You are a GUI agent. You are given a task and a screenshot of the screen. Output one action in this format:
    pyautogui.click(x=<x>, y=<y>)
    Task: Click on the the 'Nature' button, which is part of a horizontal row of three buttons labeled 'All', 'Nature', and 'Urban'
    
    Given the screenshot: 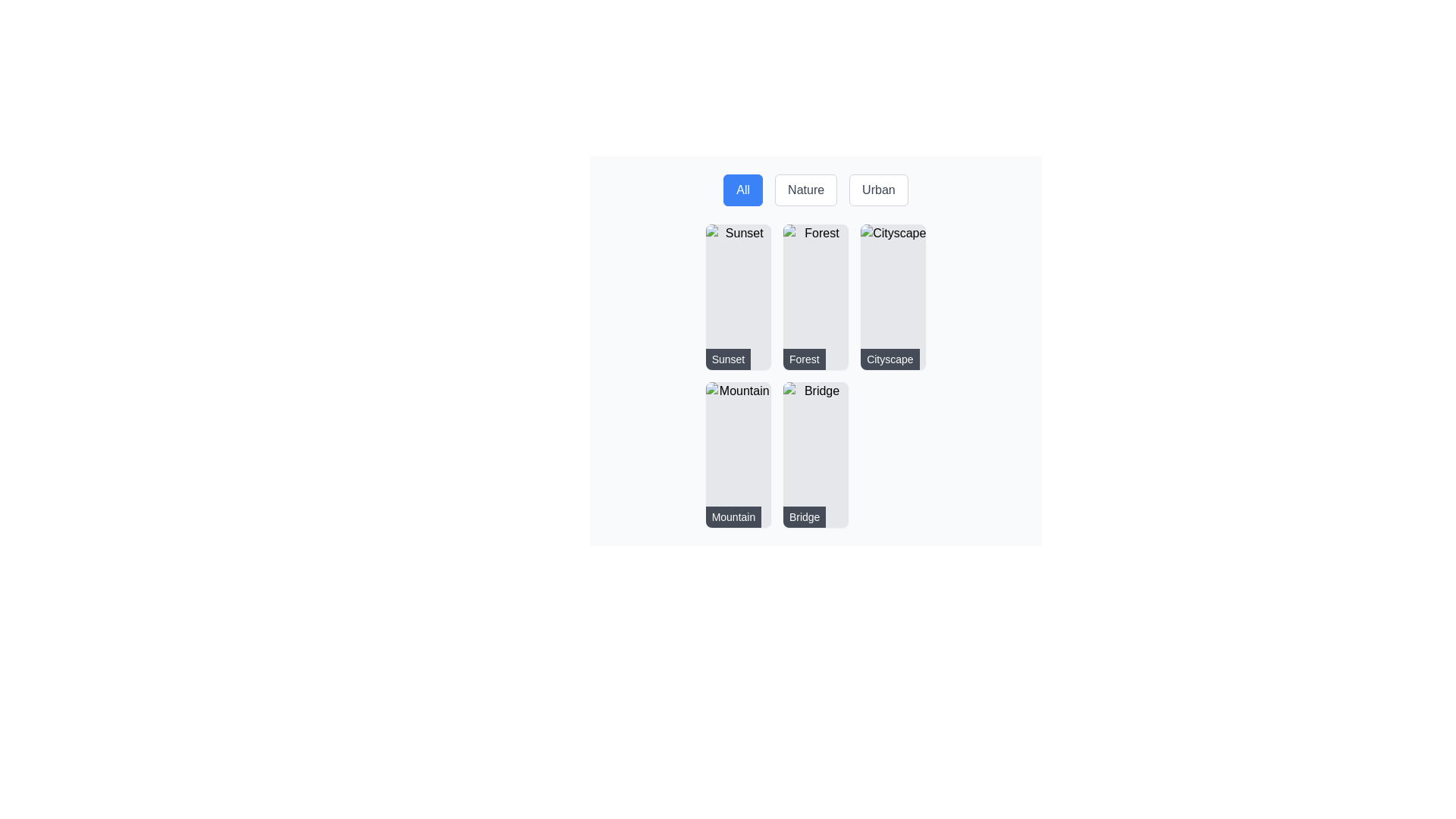 What is the action you would take?
    pyautogui.click(x=814, y=189)
    